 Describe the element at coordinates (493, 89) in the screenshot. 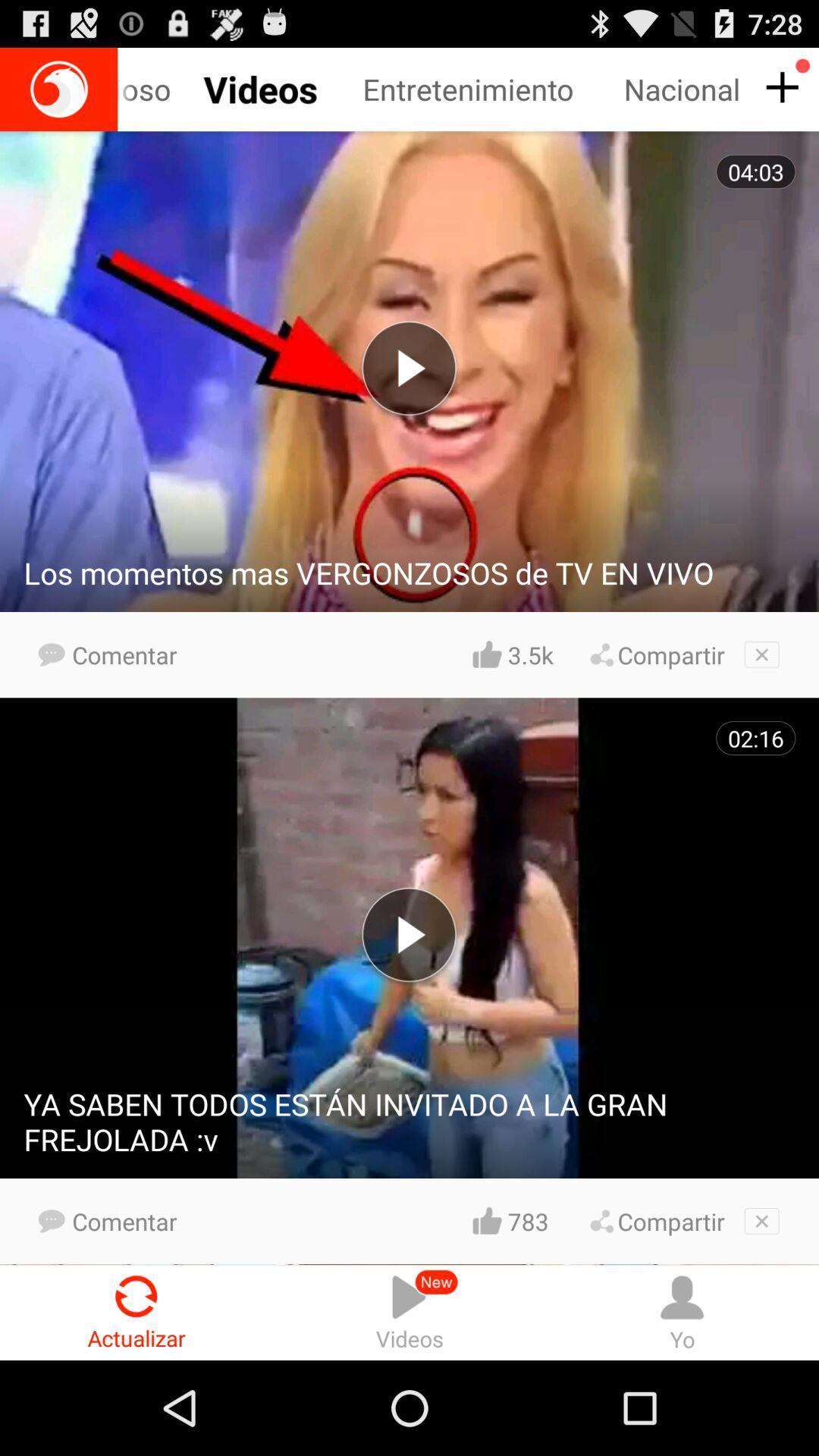

I see `icon to the left of the nacional app` at that location.